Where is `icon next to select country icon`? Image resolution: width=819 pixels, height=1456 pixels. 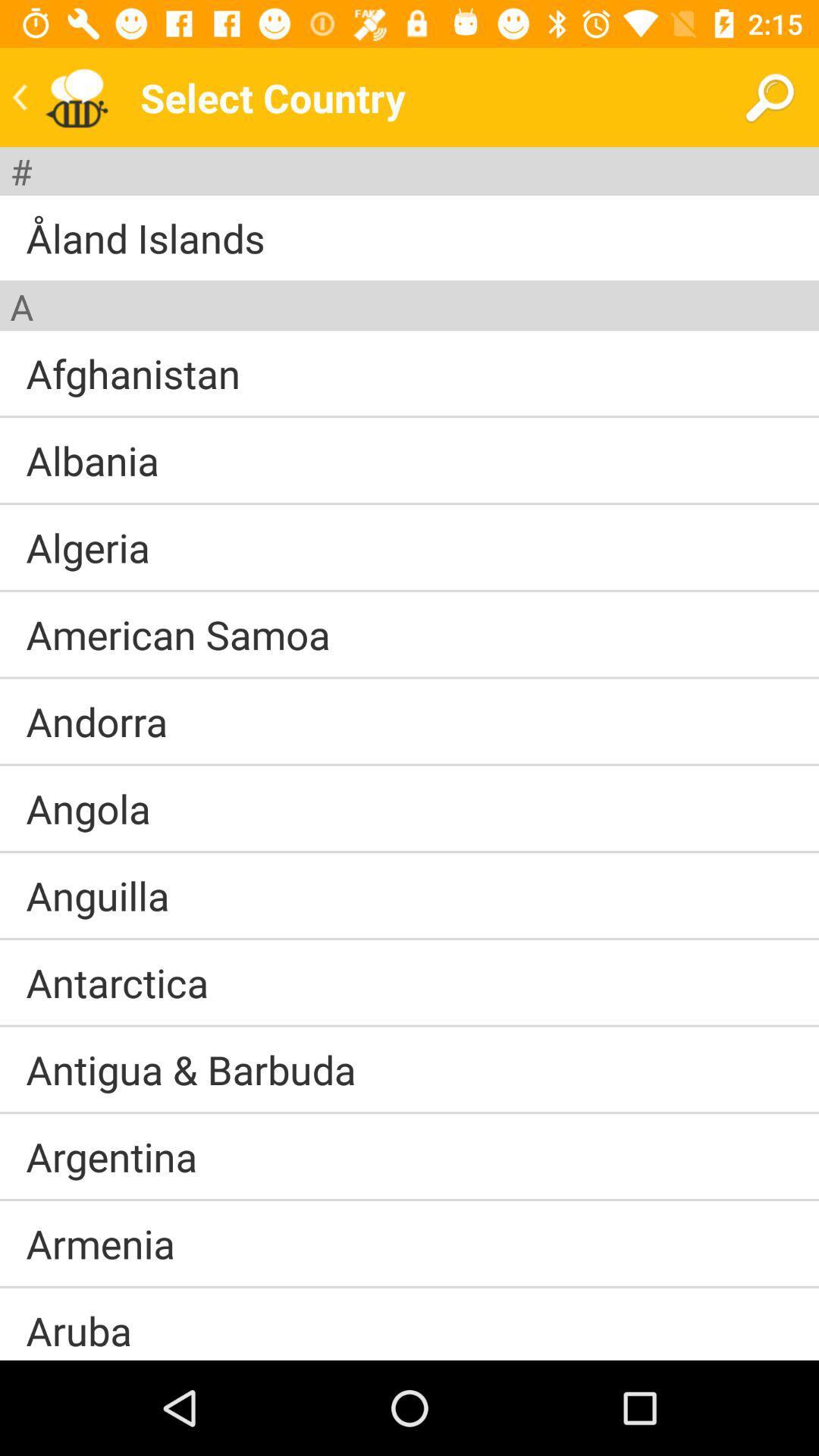
icon next to select country icon is located at coordinates (769, 96).